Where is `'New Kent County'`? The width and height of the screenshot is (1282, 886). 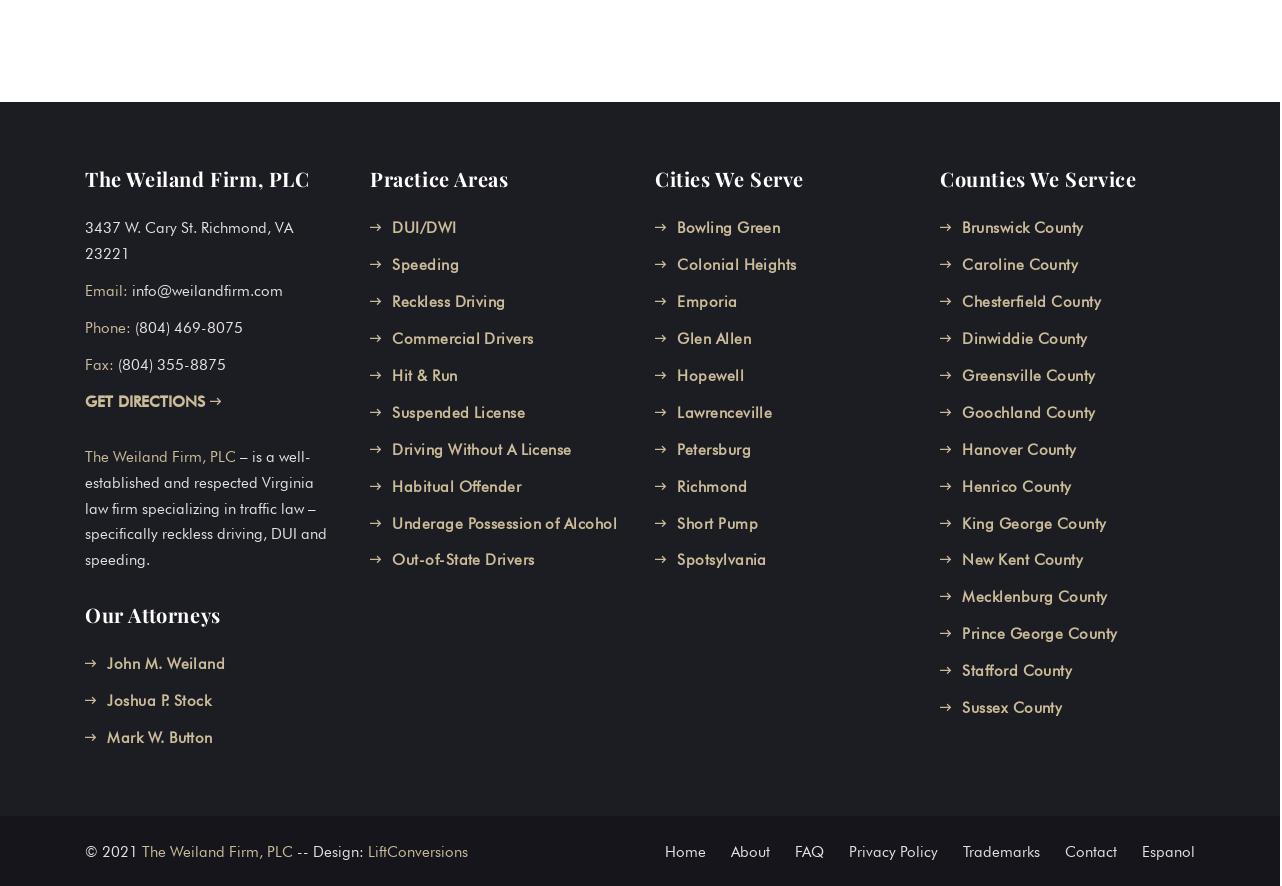 'New Kent County' is located at coordinates (1021, 560).